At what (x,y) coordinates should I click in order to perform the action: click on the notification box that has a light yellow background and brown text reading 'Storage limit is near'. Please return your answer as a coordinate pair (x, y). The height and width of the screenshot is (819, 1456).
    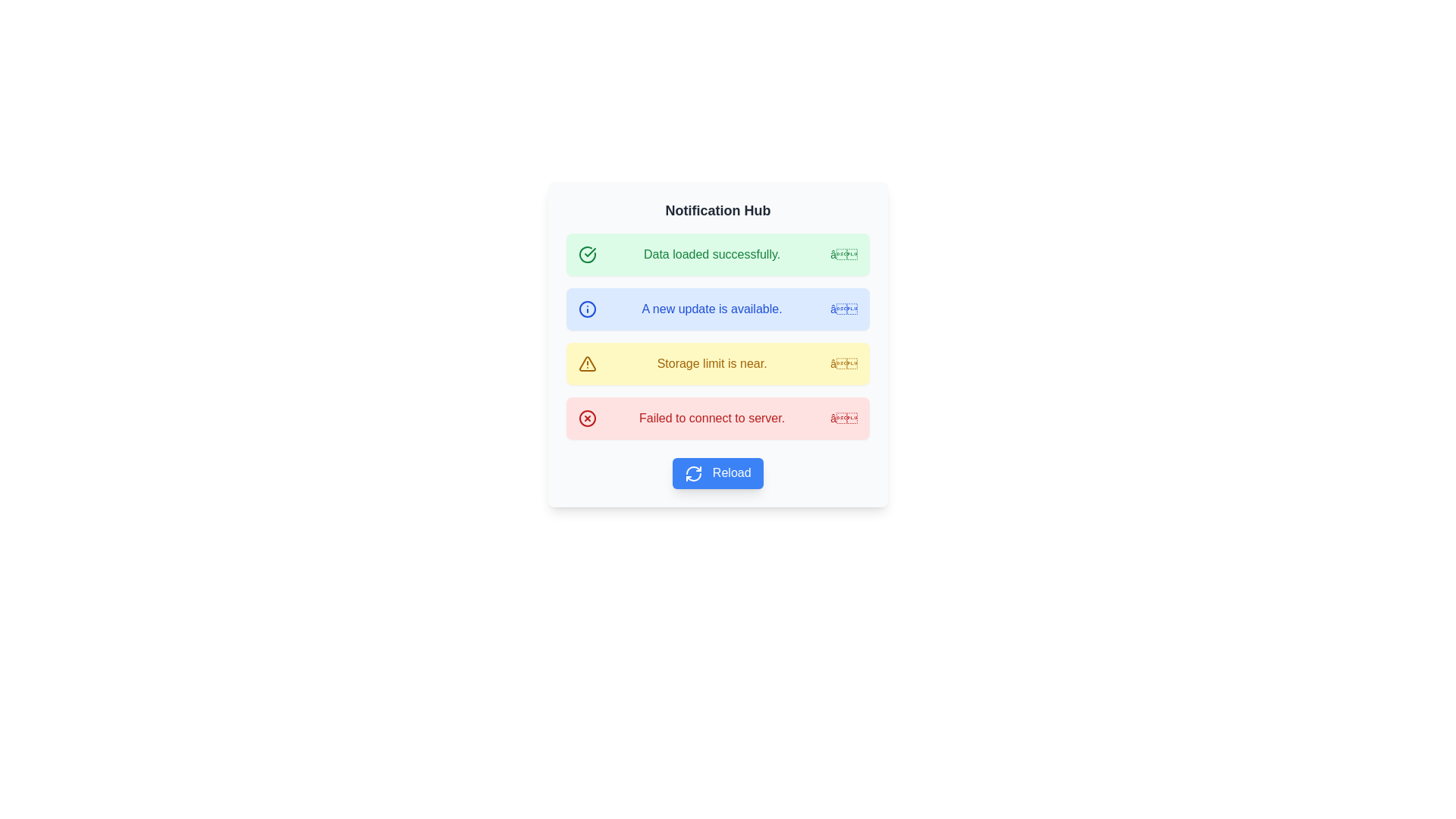
    Looking at the image, I should click on (717, 363).